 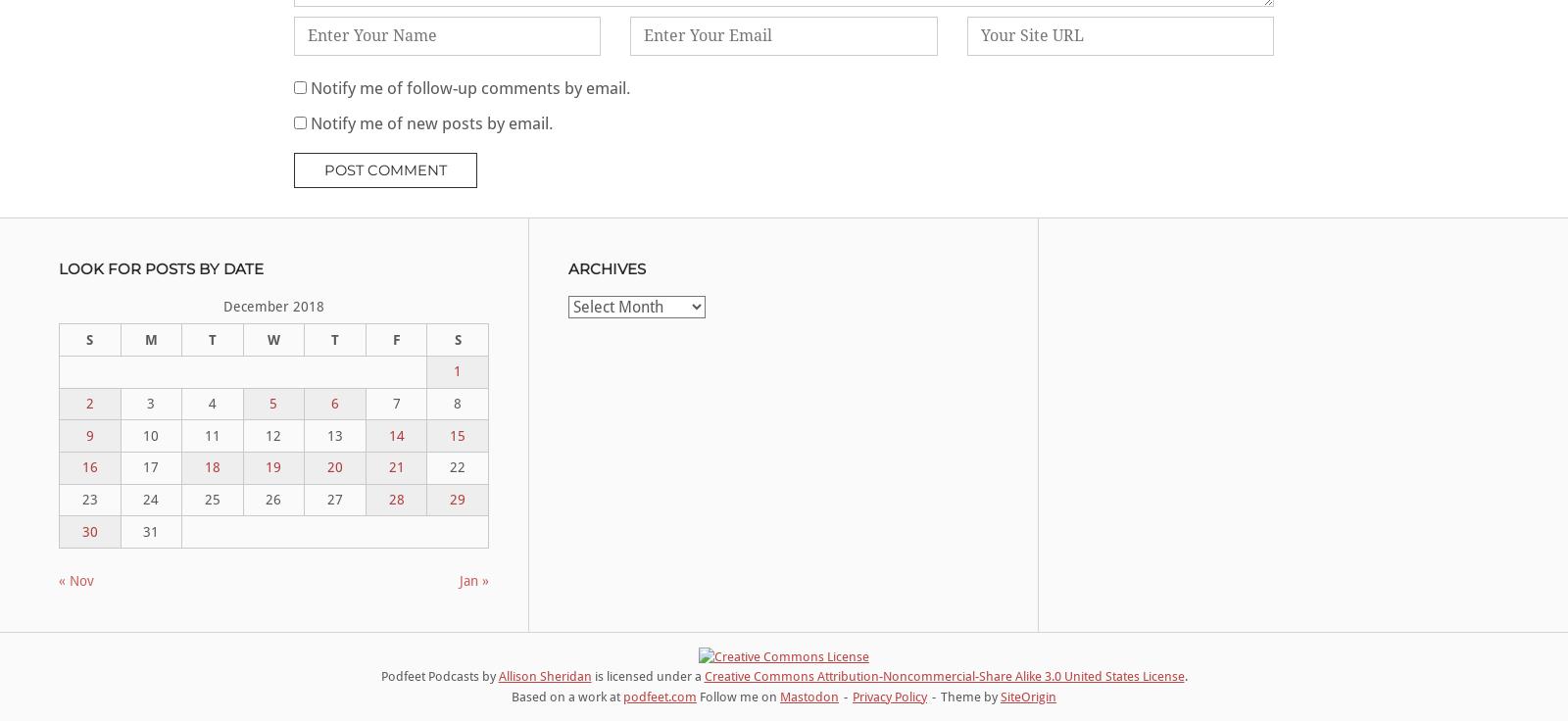 I want to click on 'Creative Commons Attribution-Noncommercial-Share Alike 3.0 United States License', so click(x=943, y=675).